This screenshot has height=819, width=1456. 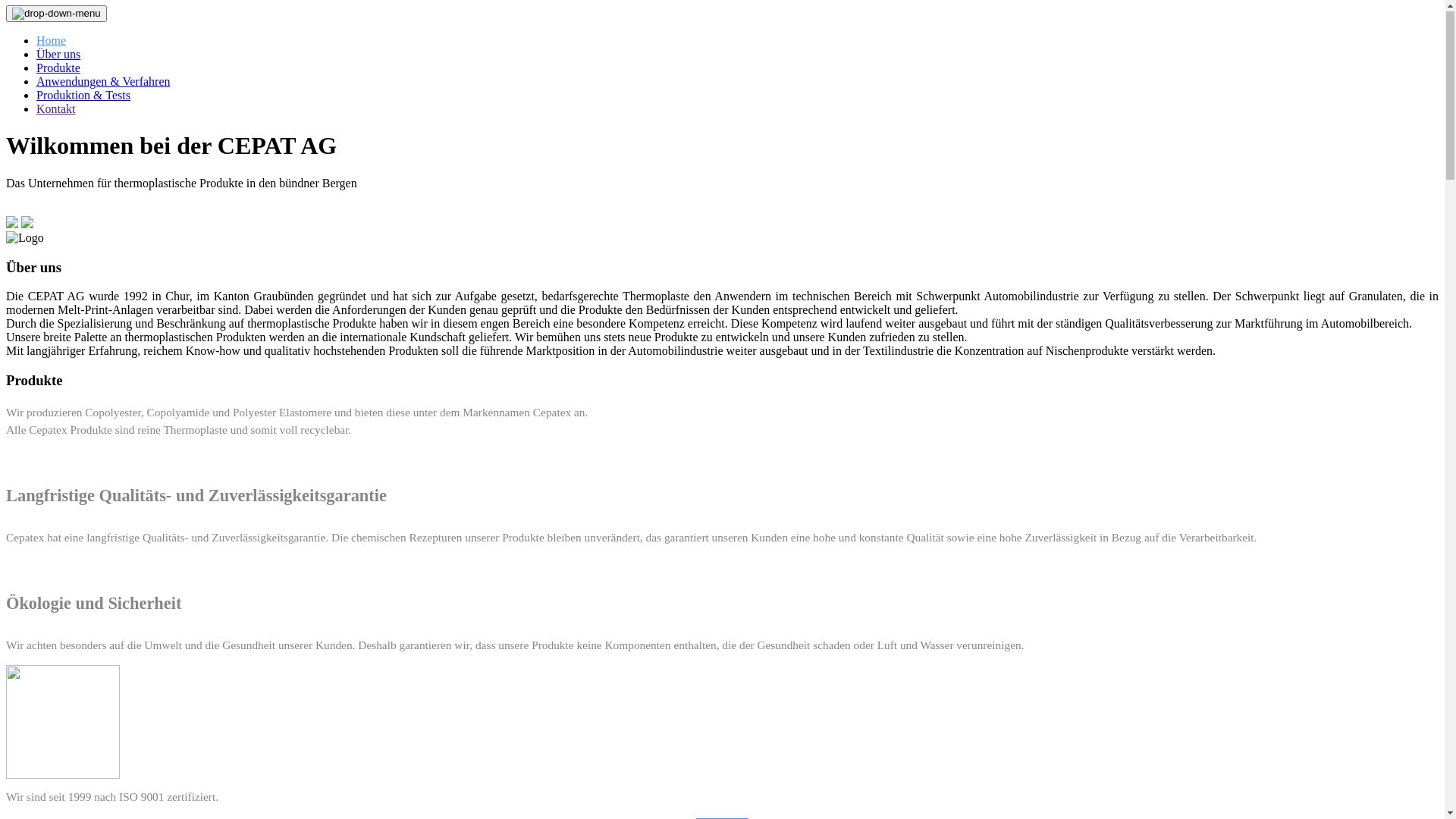 What do you see at coordinates (36, 108) in the screenshot?
I see `'Kontakt'` at bounding box center [36, 108].